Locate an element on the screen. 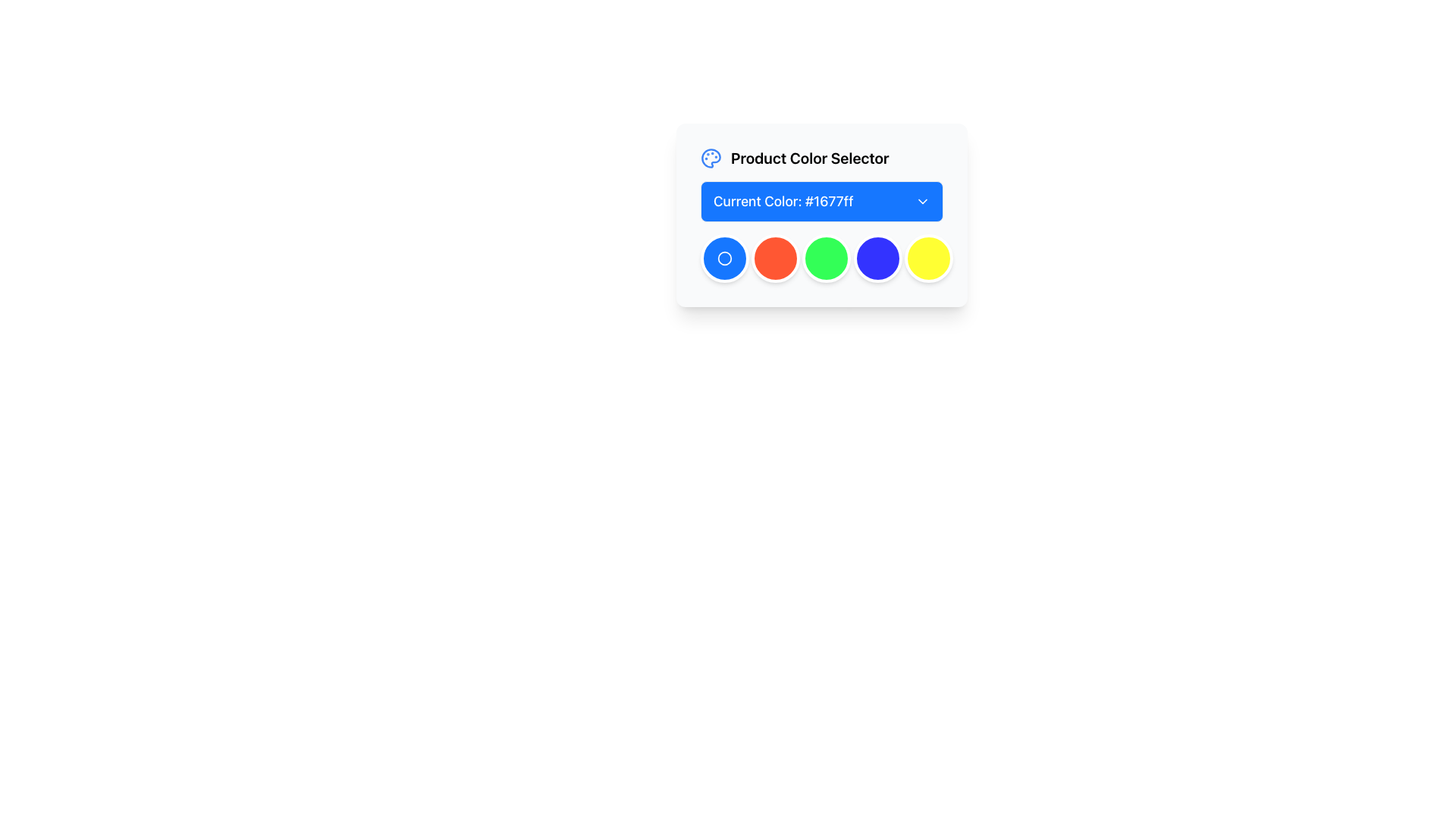 The height and width of the screenshot is (819, 1456). the fourth circular button in a horizontal row of five buttons is located at coordinates (826, 257).